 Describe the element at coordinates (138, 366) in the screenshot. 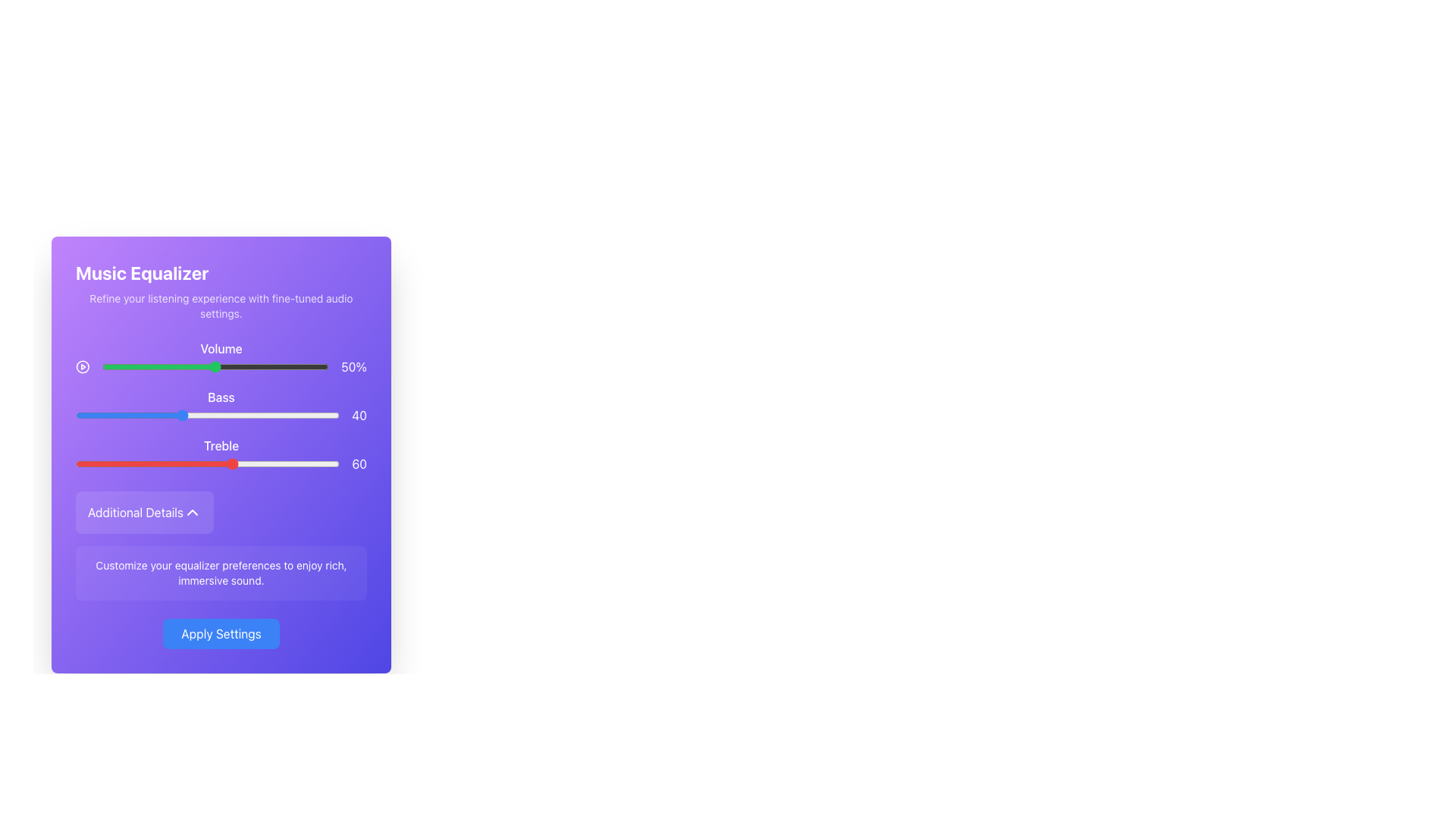

I see `the slider` at that location.